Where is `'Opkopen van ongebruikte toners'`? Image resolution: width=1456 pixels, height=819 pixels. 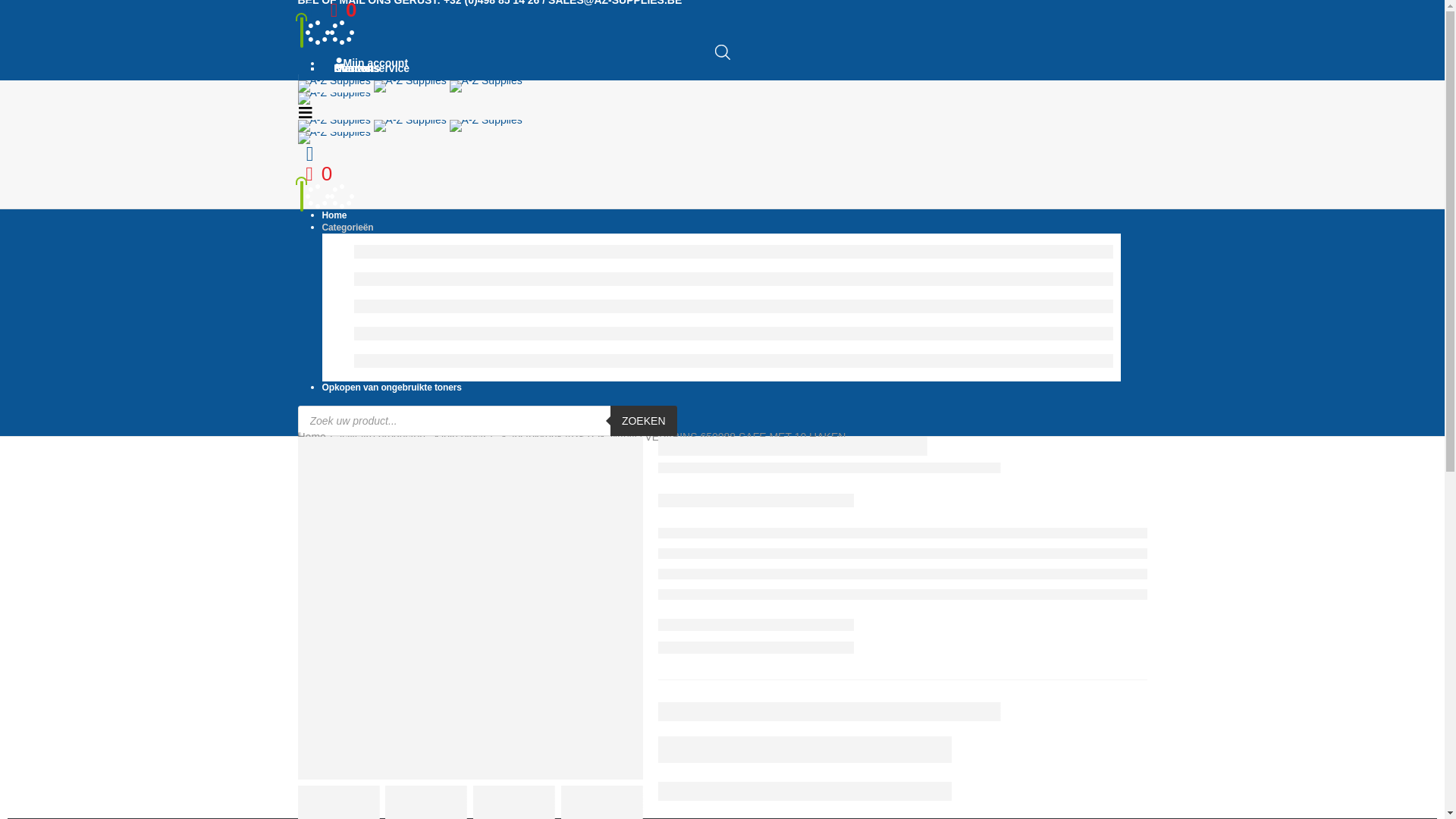 'Opkopen van ongebruikte toners' is located at coordinates (391, 386).